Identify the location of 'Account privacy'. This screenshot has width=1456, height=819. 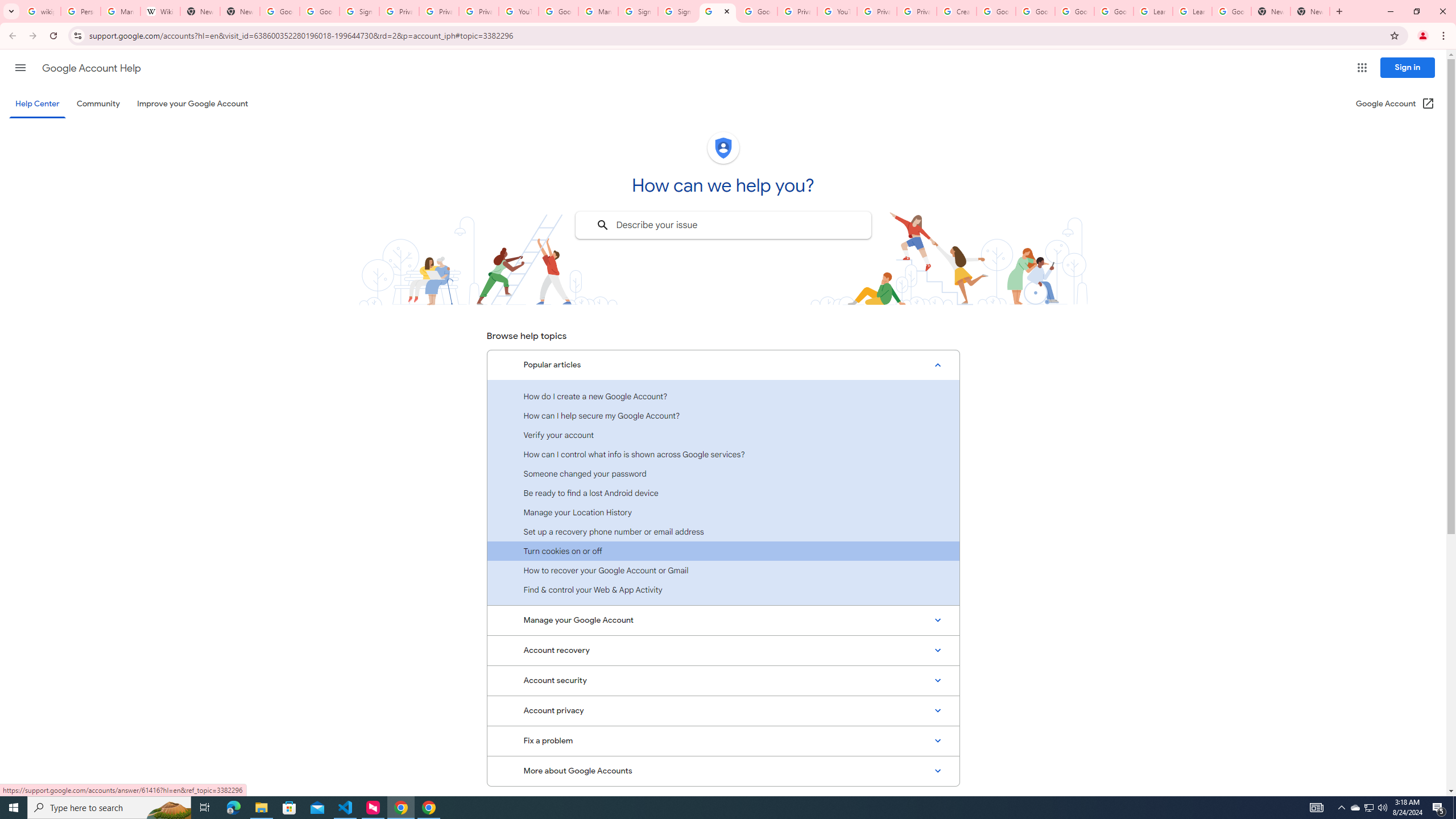
(723, 710).